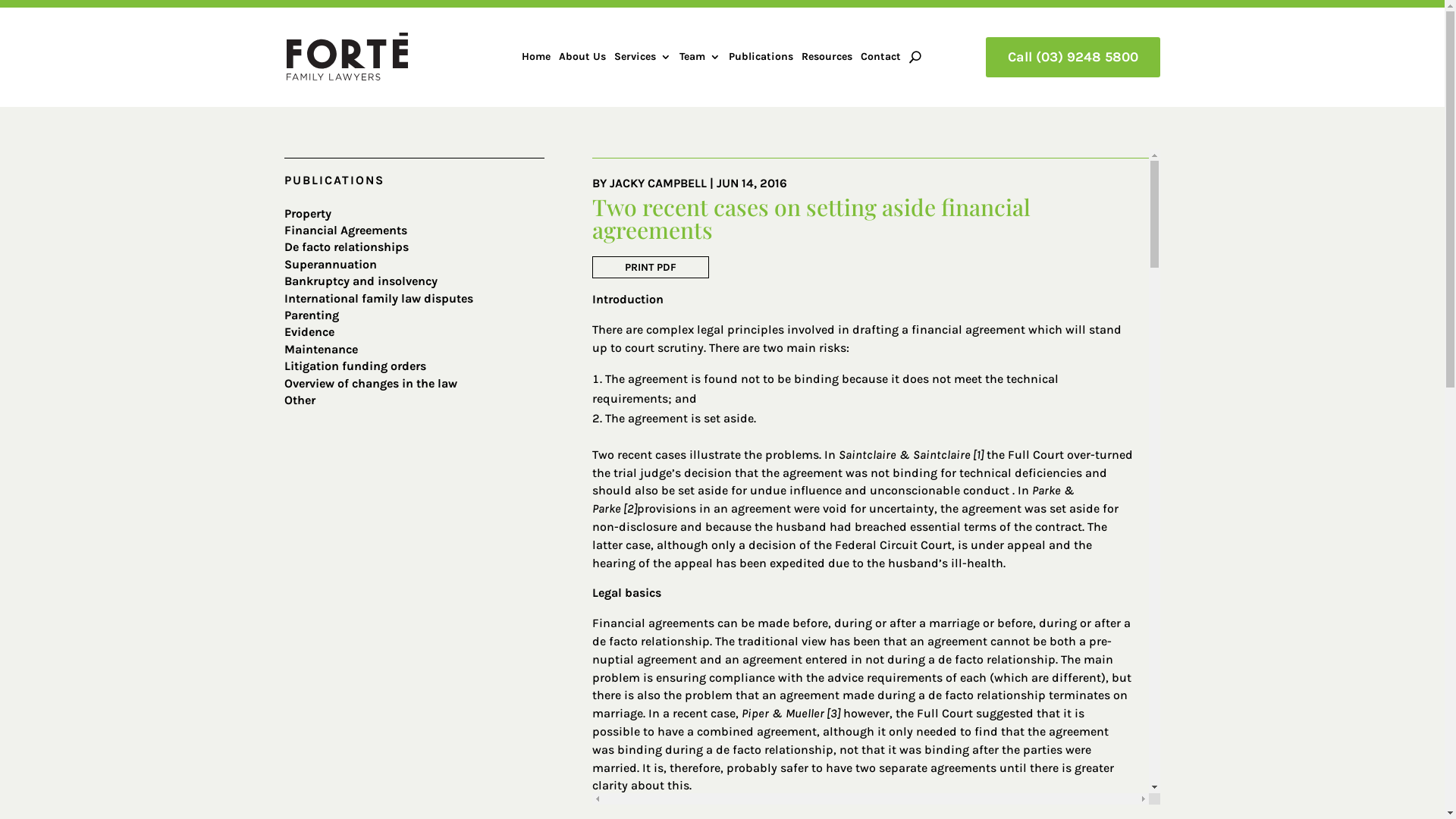 Image resolution: width=1456 pixels, height=819 pixels. Describe the element at coordinates (651, 266) in the screenshot. I see `'PRINT PDF'` at that location.